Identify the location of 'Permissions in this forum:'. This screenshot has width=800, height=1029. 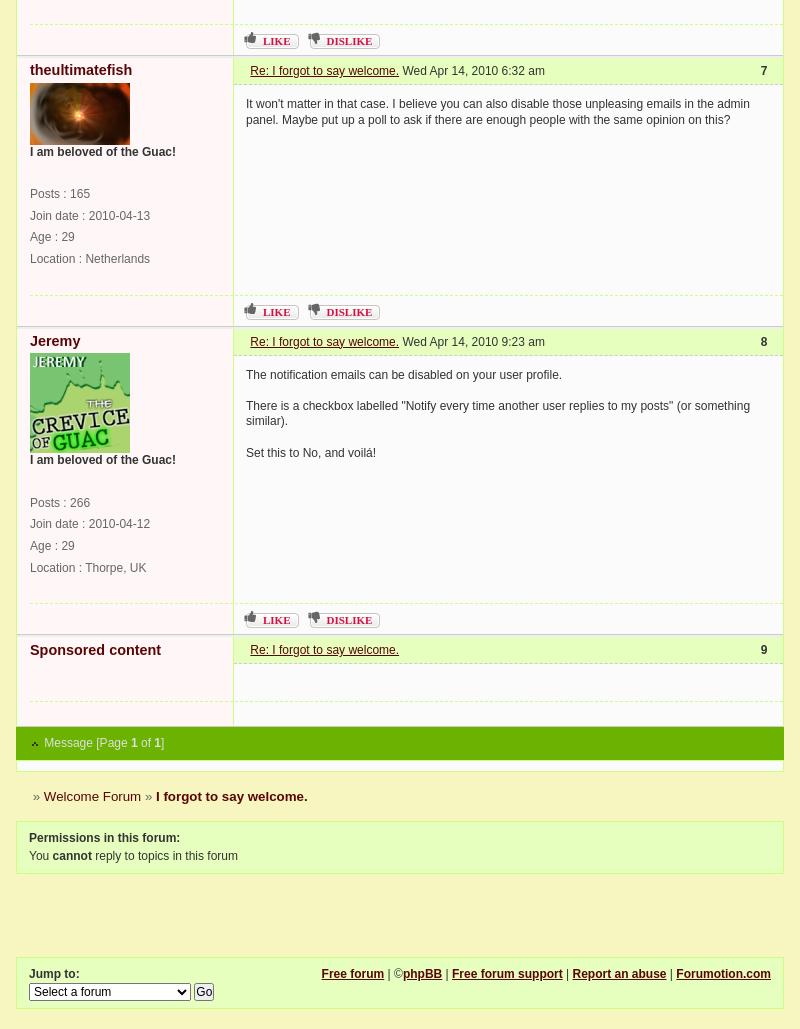
(103, 837).